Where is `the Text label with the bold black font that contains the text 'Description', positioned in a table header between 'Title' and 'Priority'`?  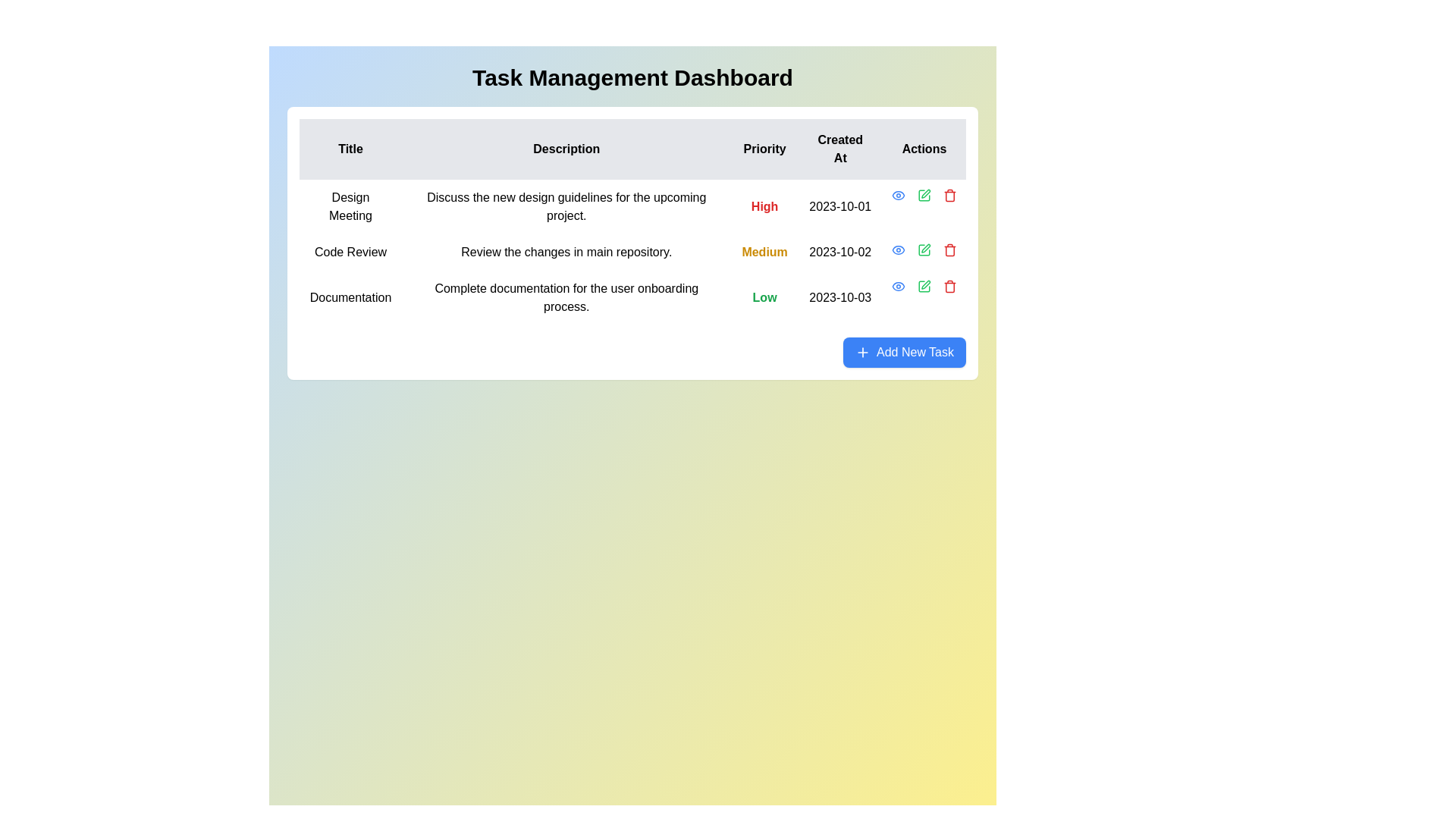 the Text label with the bold black font that contains the text 'Description', positioned in a table header between 'Title' and 'Priority' is located at coordinates (566, 149).